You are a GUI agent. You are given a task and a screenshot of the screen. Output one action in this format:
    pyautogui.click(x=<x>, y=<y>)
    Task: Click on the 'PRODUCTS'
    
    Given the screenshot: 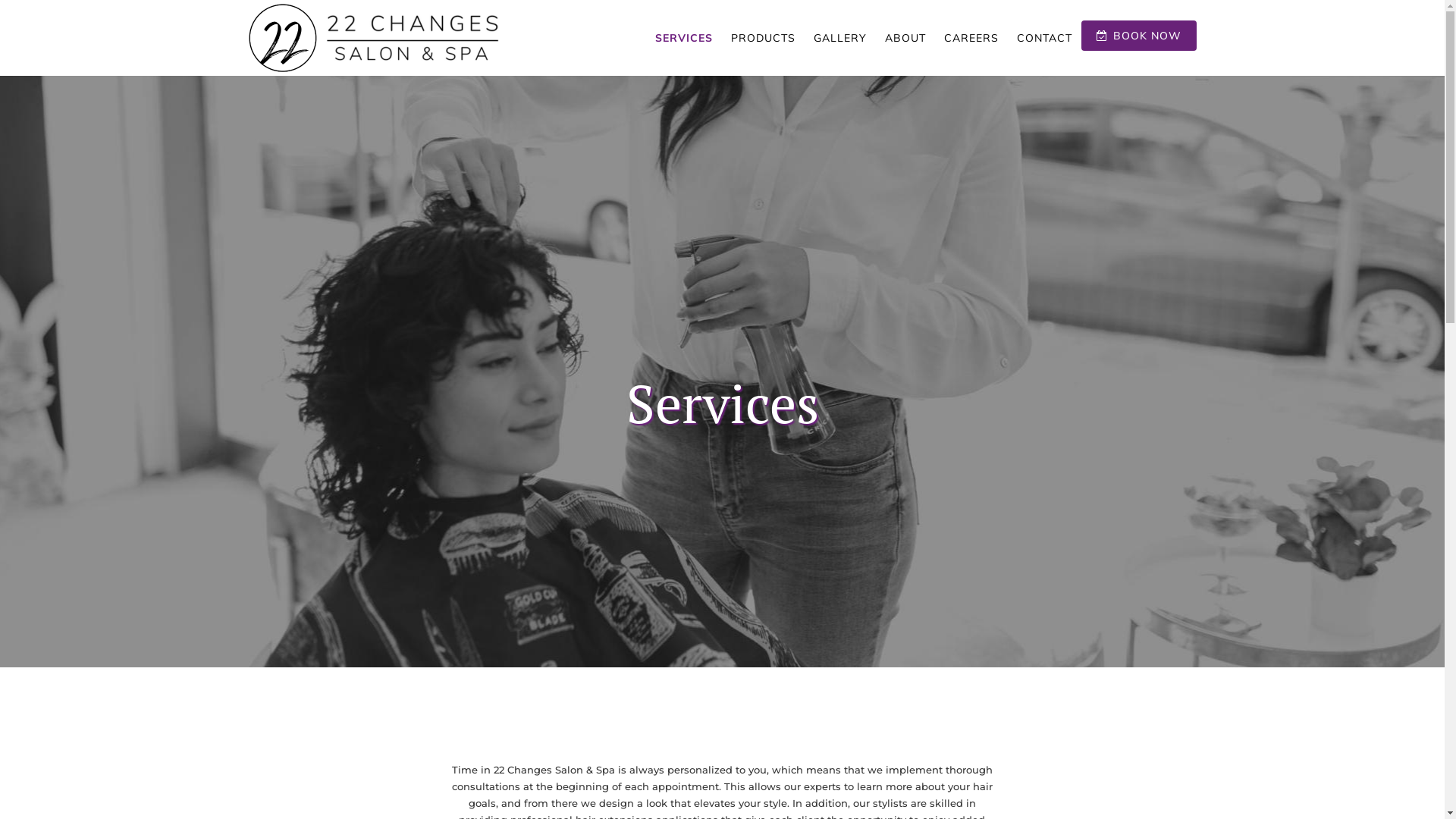 What is the action you would take?
    pyautogui.click(x=720, y=37)
    